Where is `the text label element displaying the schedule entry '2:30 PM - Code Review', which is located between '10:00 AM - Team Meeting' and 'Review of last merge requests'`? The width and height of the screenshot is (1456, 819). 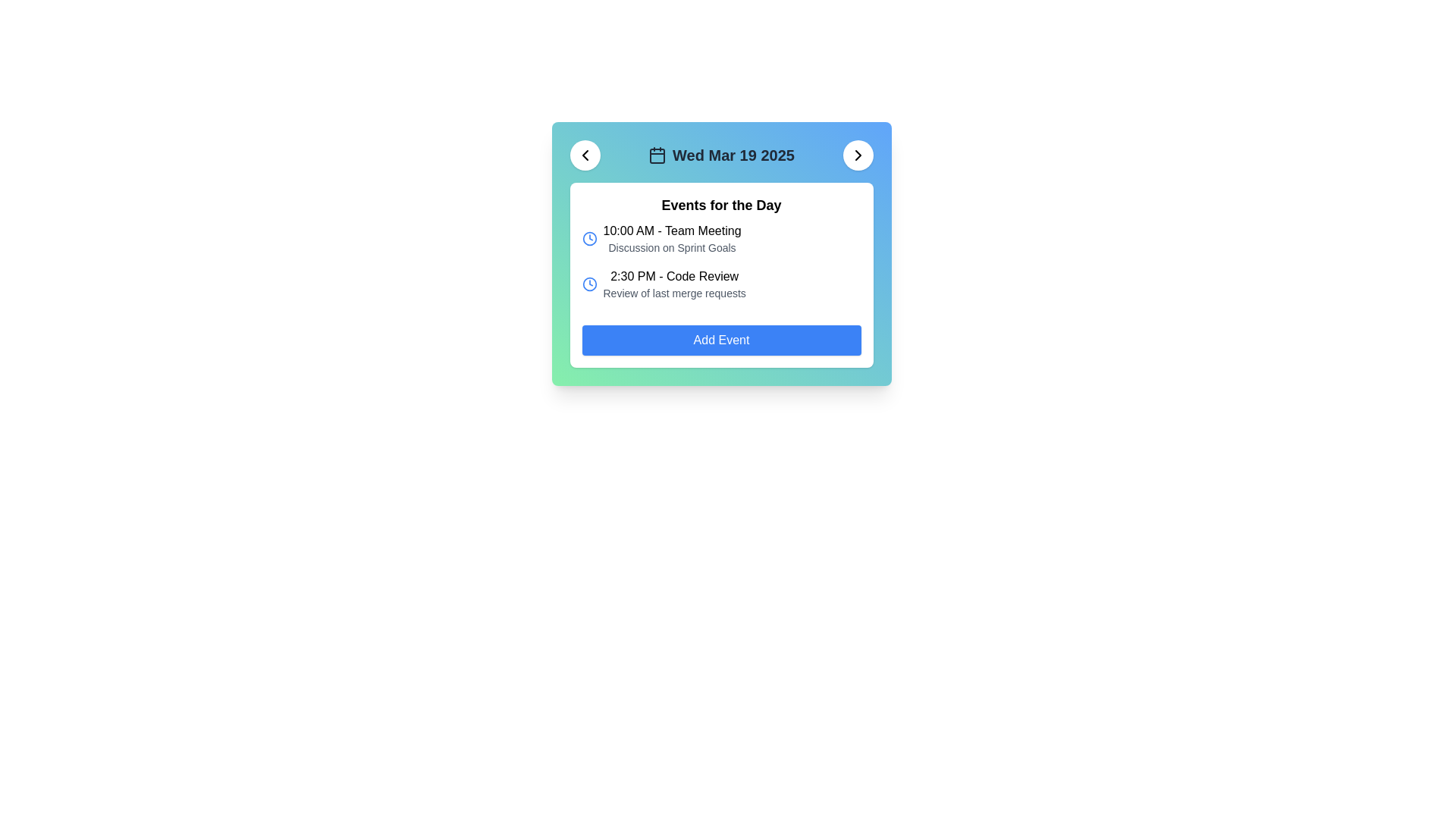 the text label element displaying the schedule entry '2:30 PM - Code Review', which is located between '10:00 AM - Team Meeting' and 'Review of last merge requests' is located at coordinates (673, 277).